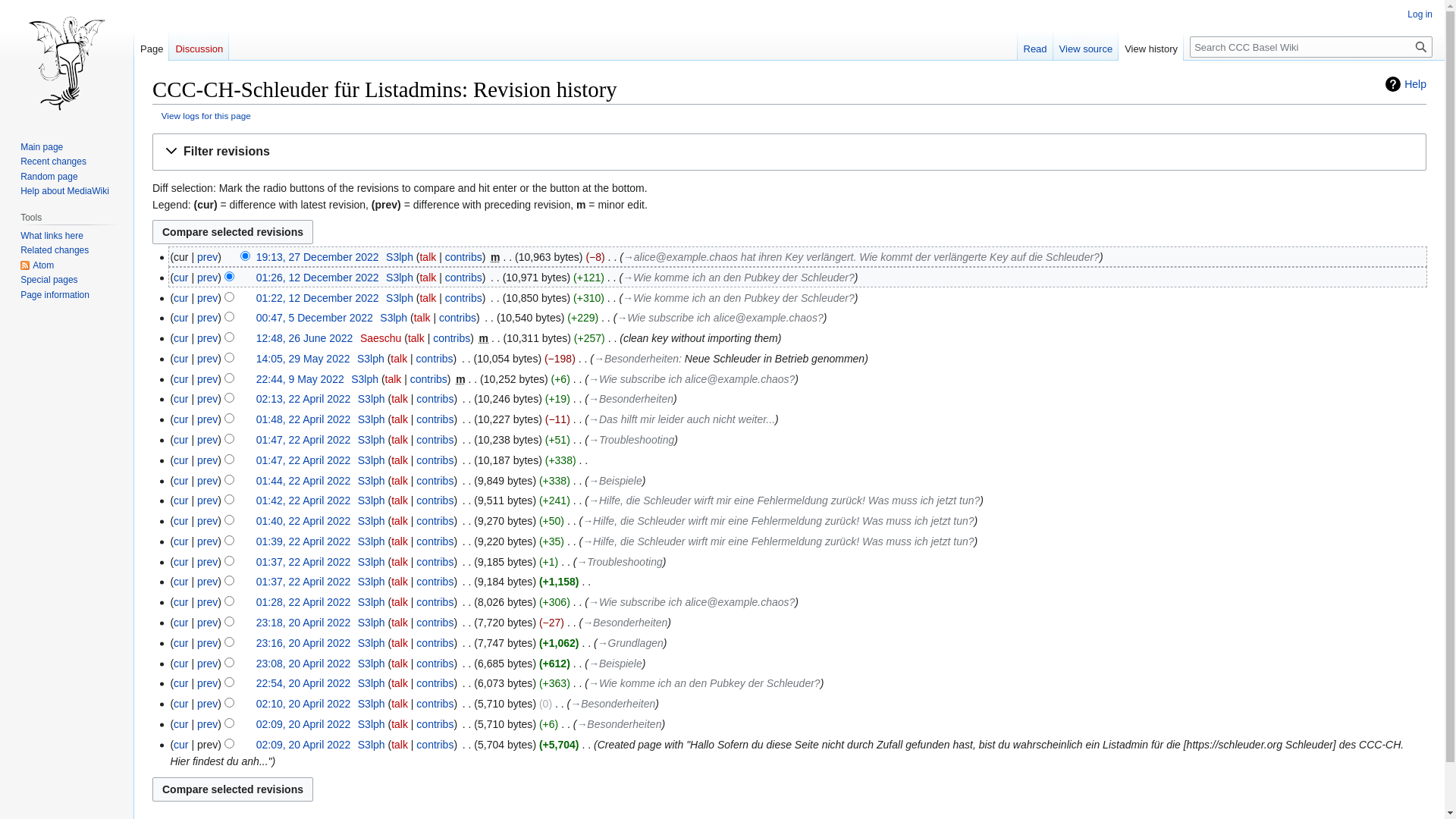  Describe the element at coordinates (427, 256) in the screenshot. I see `'talk'` at that location.